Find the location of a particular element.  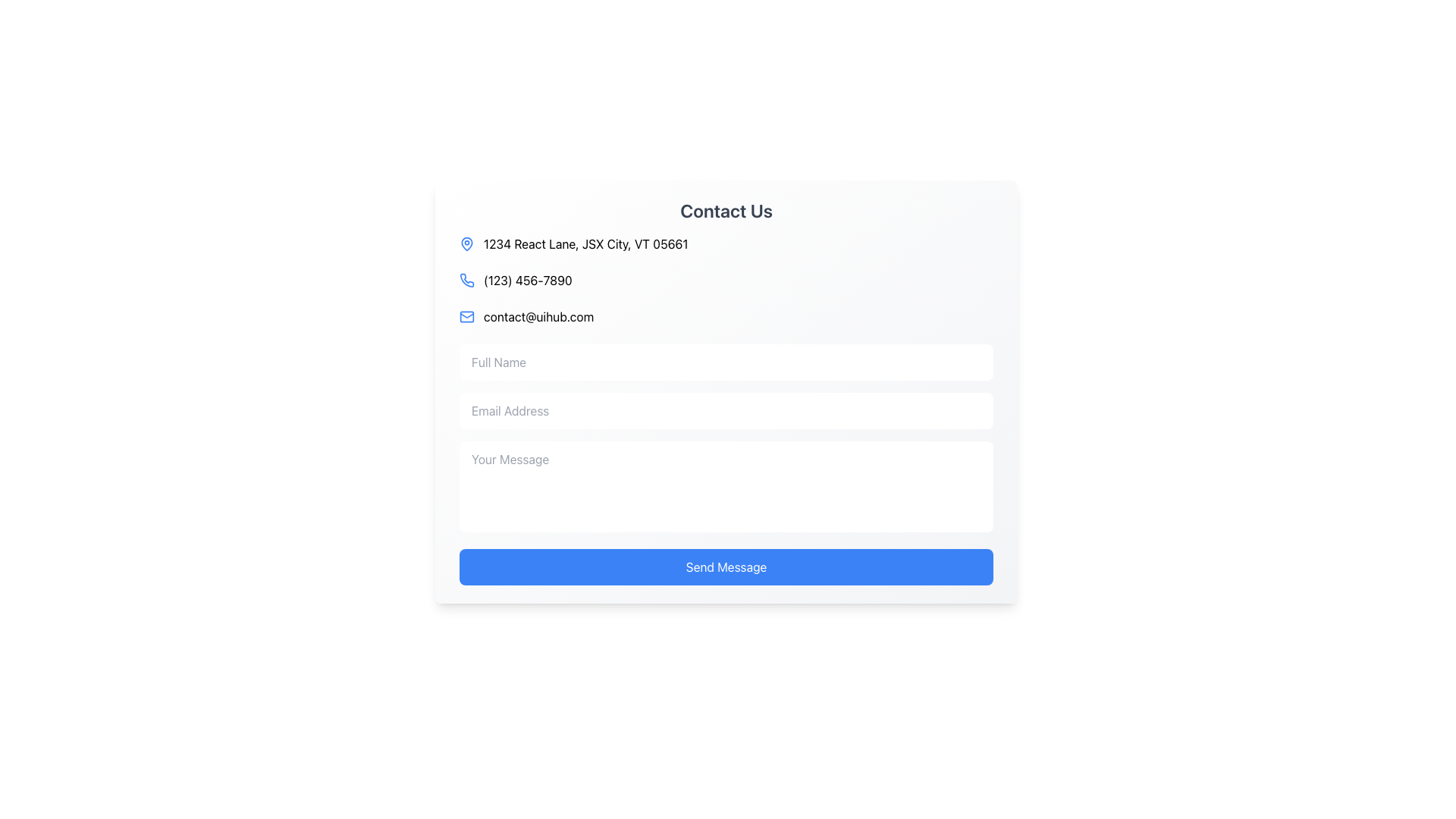

the telephone receiver icon styled as an SVG graphic, which is located beside the phone number '(123) 456-7890' in the second row of the contact information list is located at coordinates (466, 281).